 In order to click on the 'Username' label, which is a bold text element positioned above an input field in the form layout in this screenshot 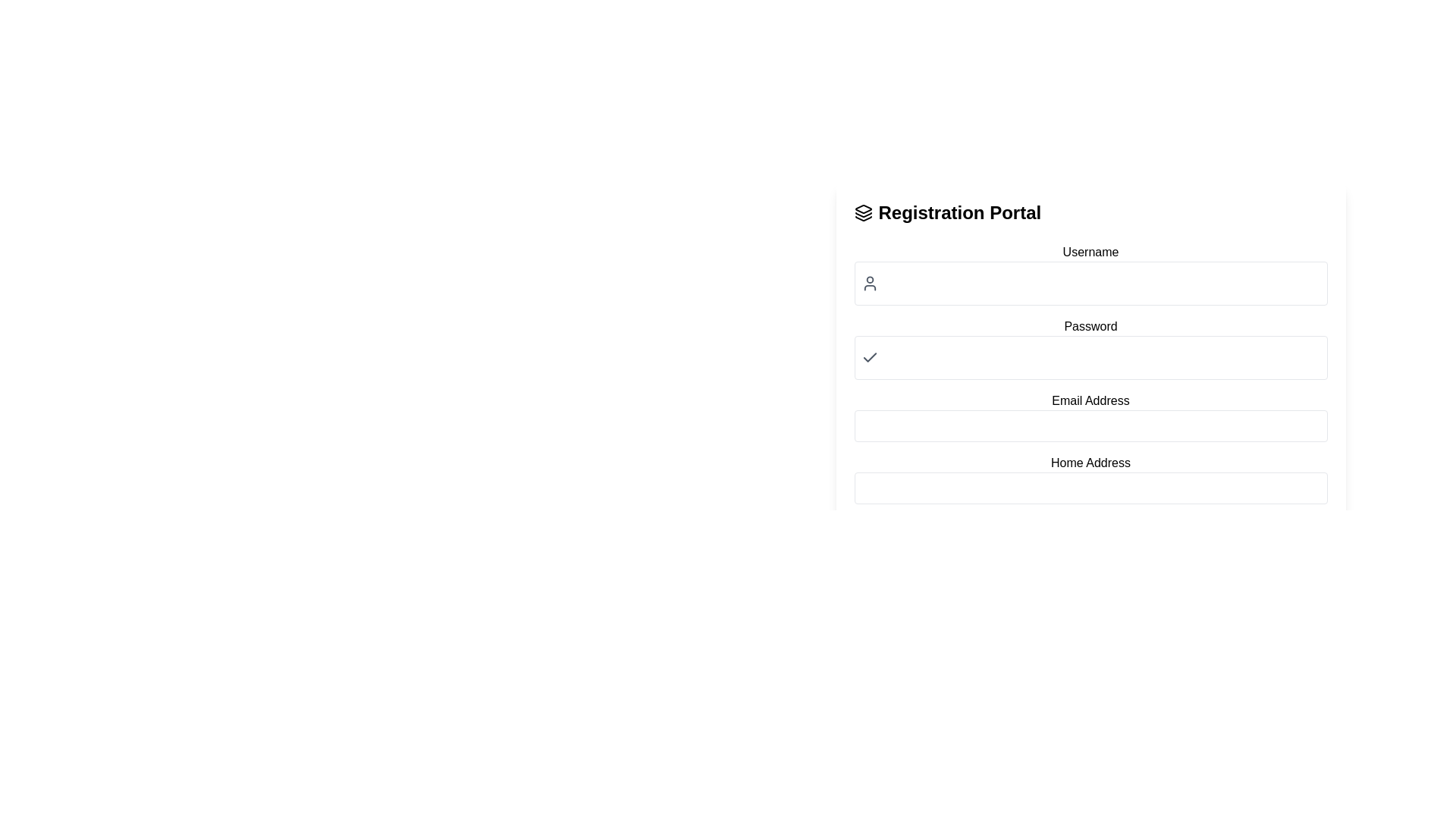, I will do `click(1090, 251)`.